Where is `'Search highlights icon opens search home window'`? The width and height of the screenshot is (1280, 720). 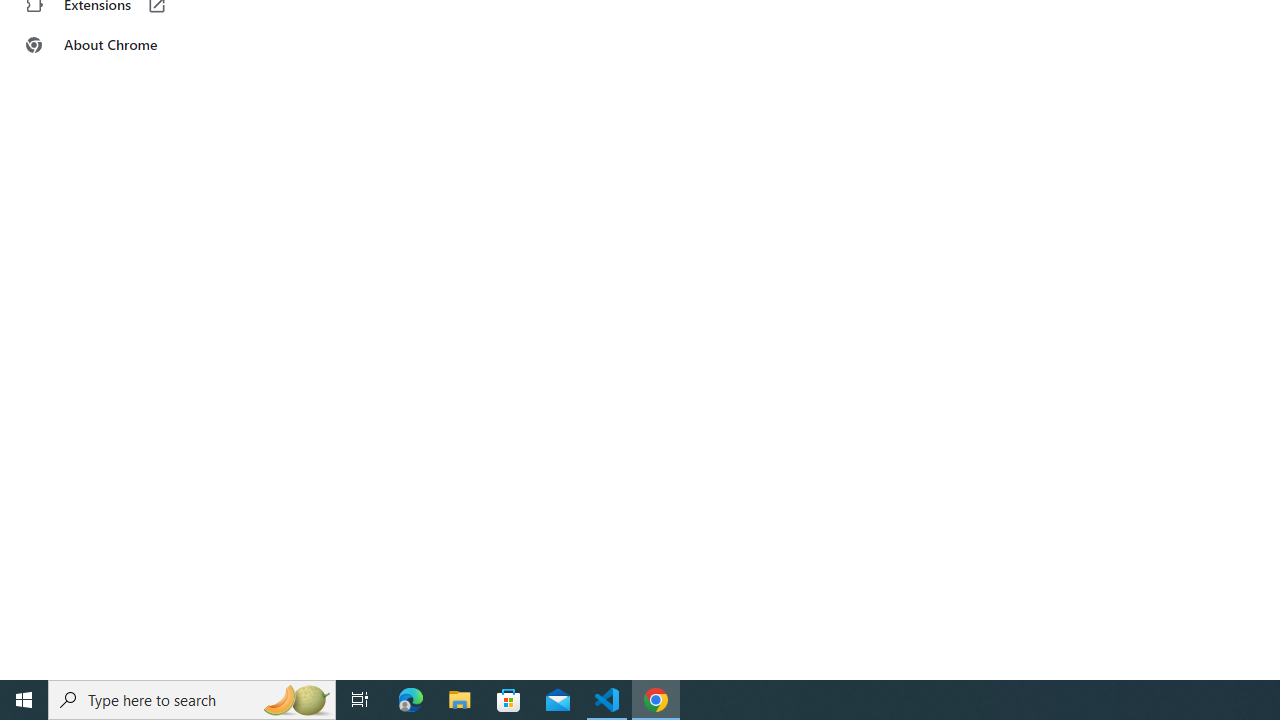 'Search highlights icon opens search home window' is located at coordinates (294, 698).